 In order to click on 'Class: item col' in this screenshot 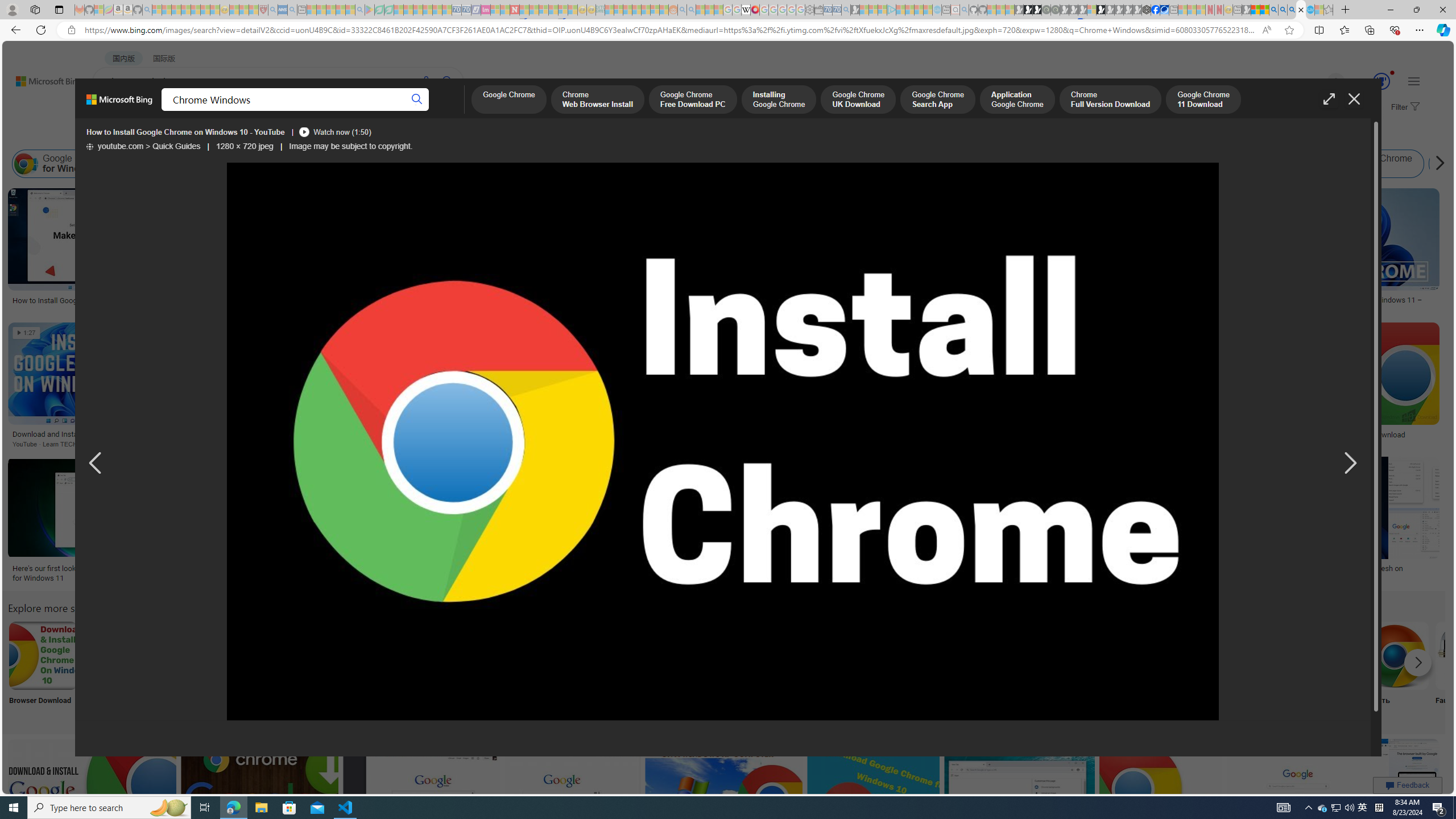, I will do `click(1456, 163)`.